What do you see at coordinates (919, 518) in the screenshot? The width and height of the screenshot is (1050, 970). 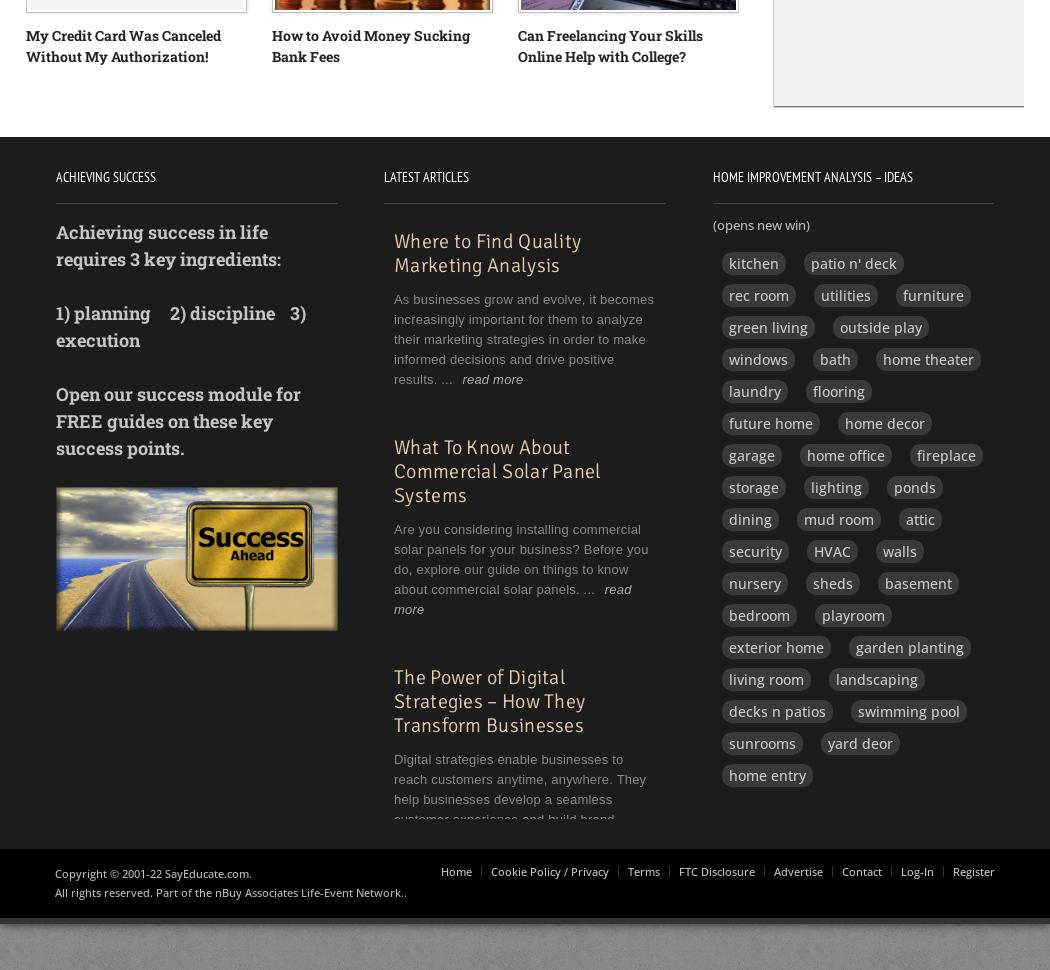 I see `'attic'` at bounding box center [919, 518].